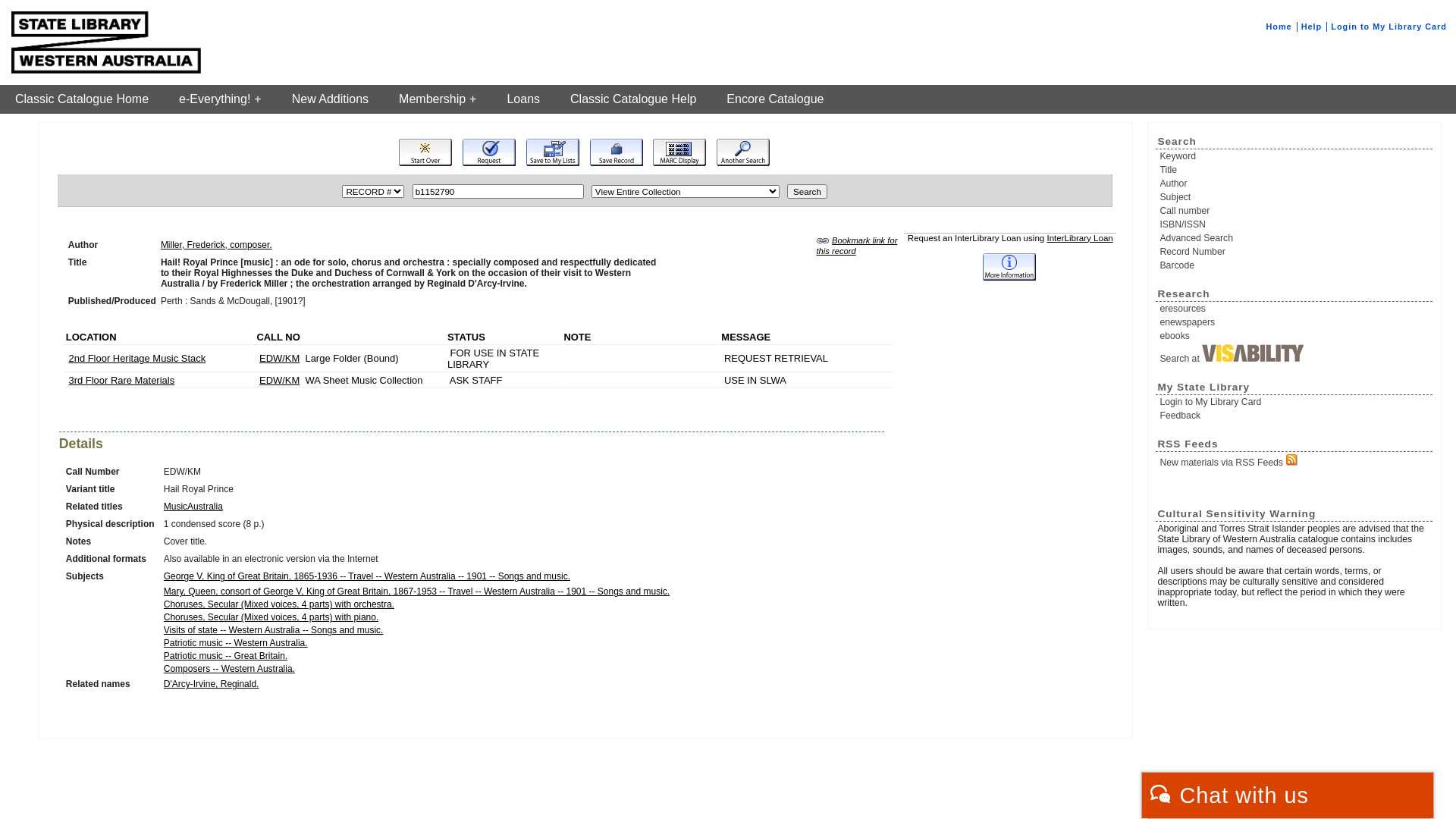  What do you see at coordinates (1159, 210) in the screenshot?
I see `'Call number'` at bounding box center [1159, 210].